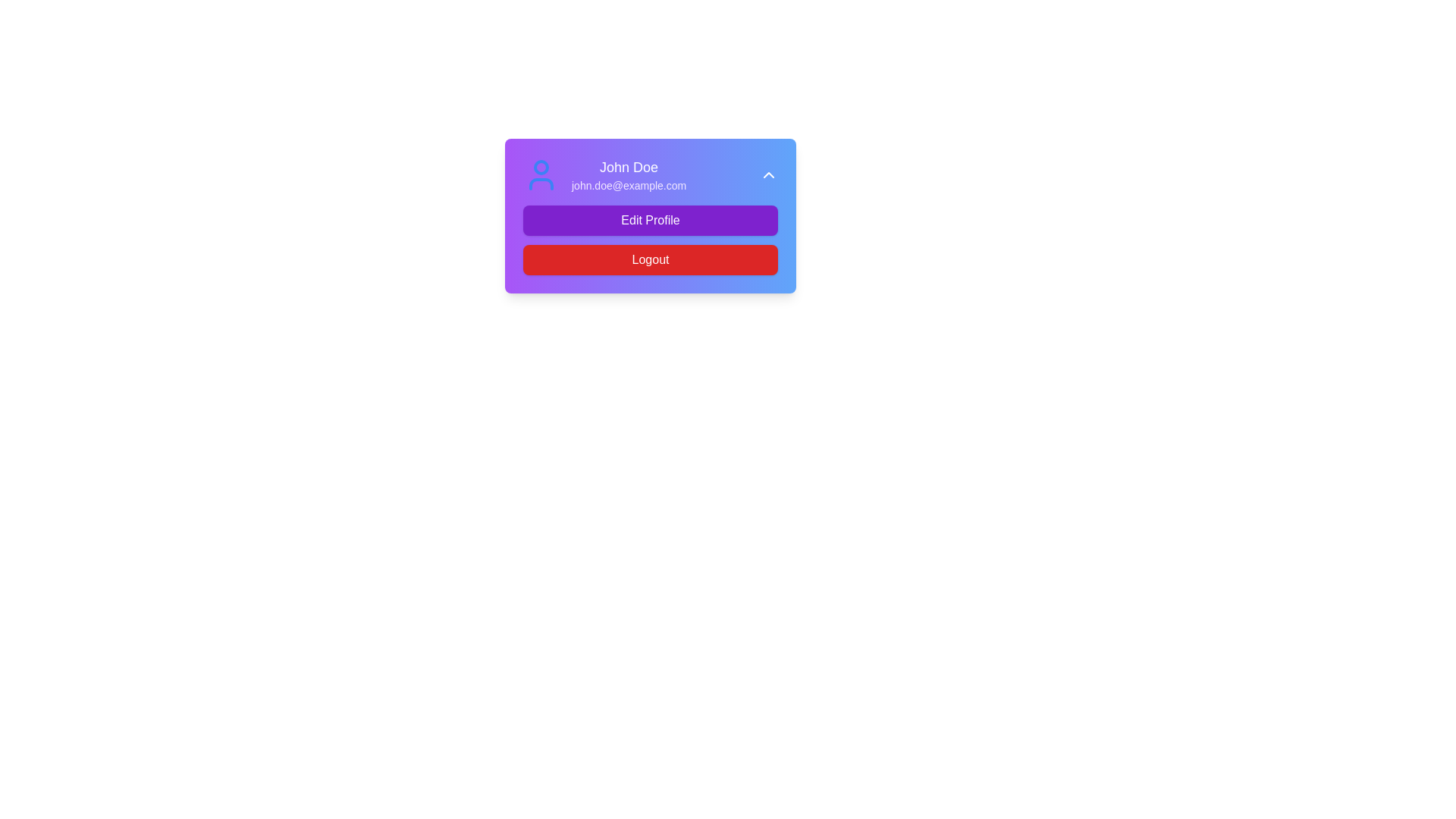 The width and height of the screenshot is (1456, 819). I want to click on the rectangular red button with rounded corners labeled 'Logout' to observe the color change effect, so click(651, 259).